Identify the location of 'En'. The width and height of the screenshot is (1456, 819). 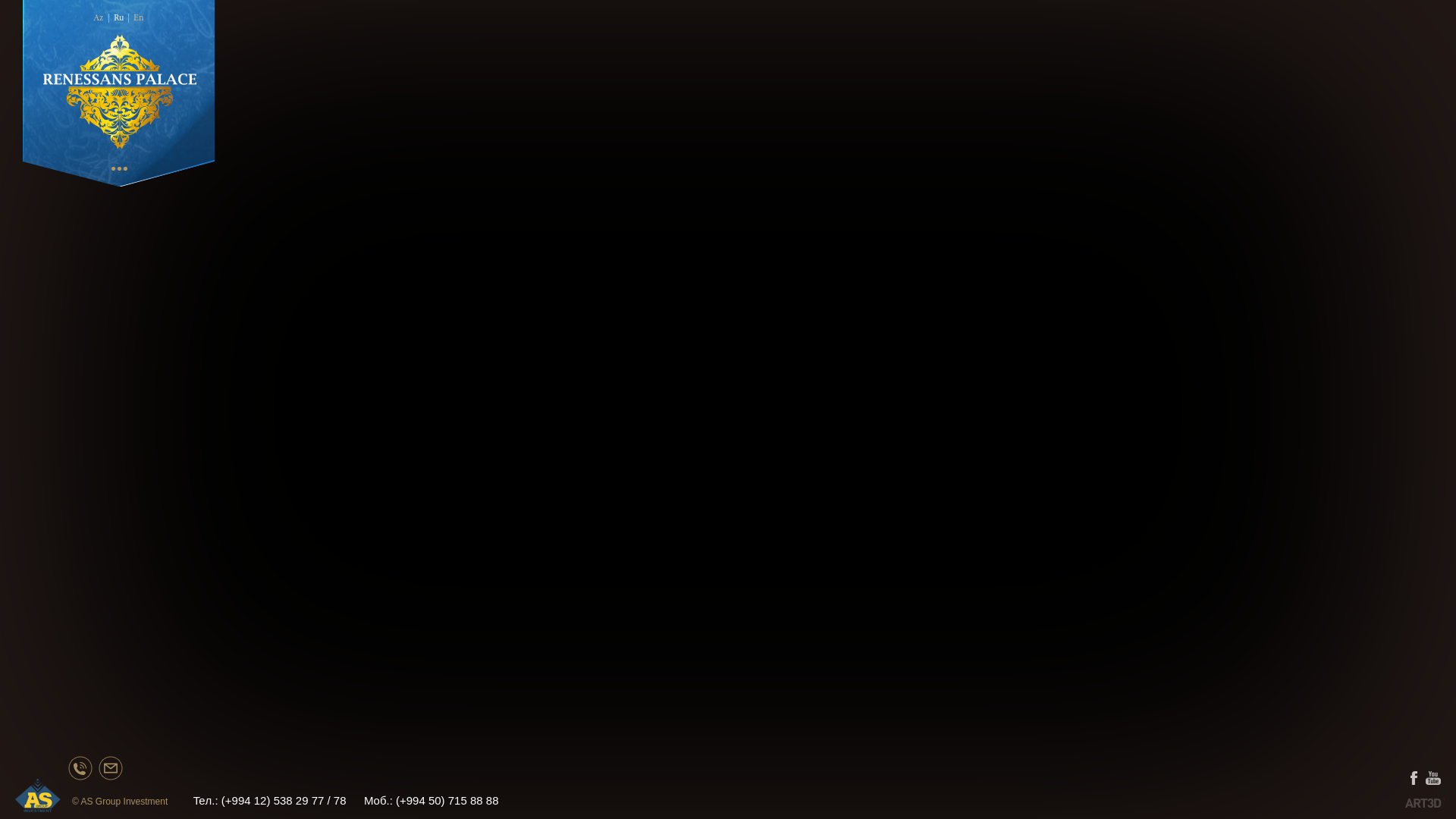
(133, 17).